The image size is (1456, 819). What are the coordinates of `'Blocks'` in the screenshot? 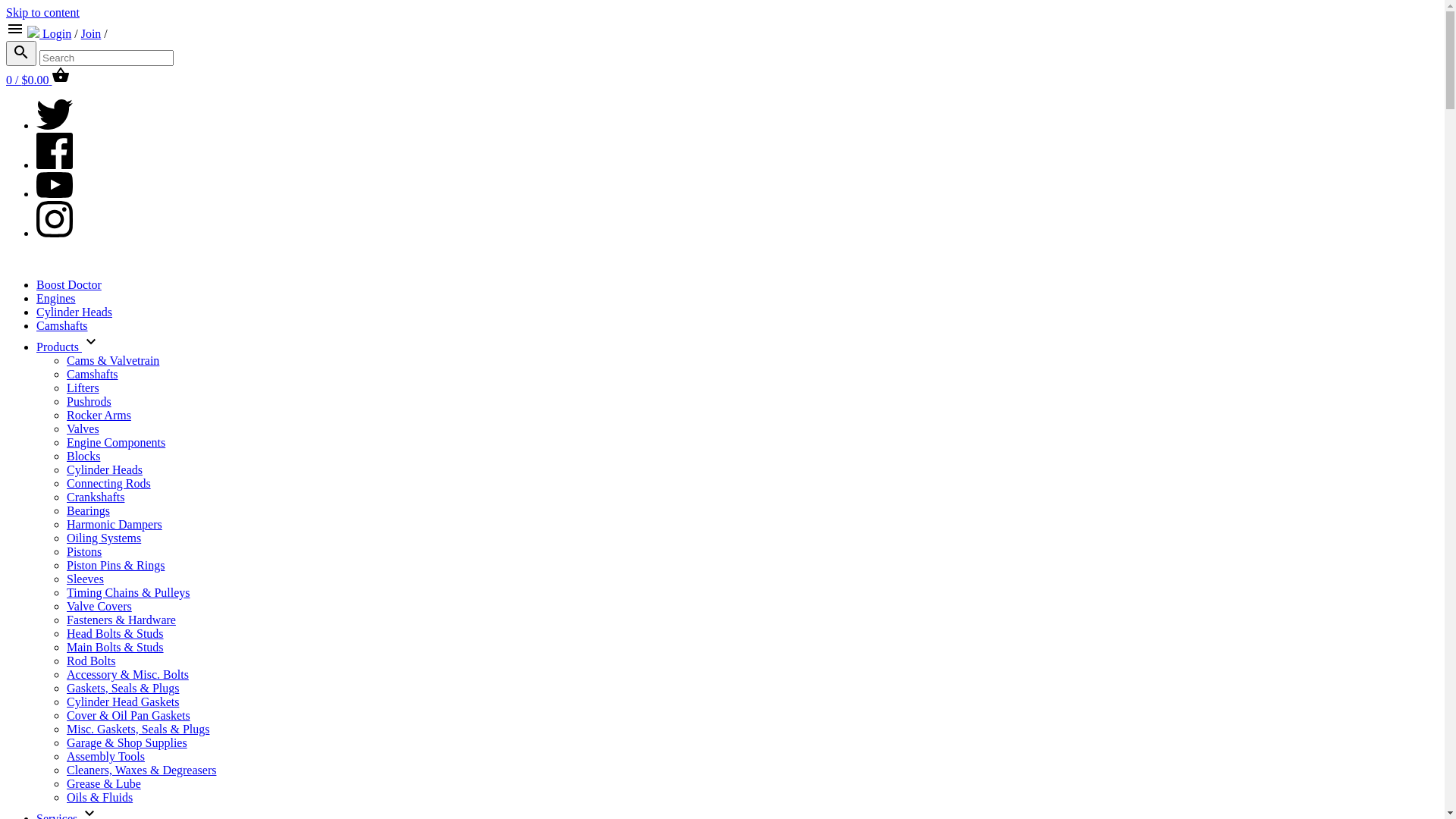 It's located at (83, 455).